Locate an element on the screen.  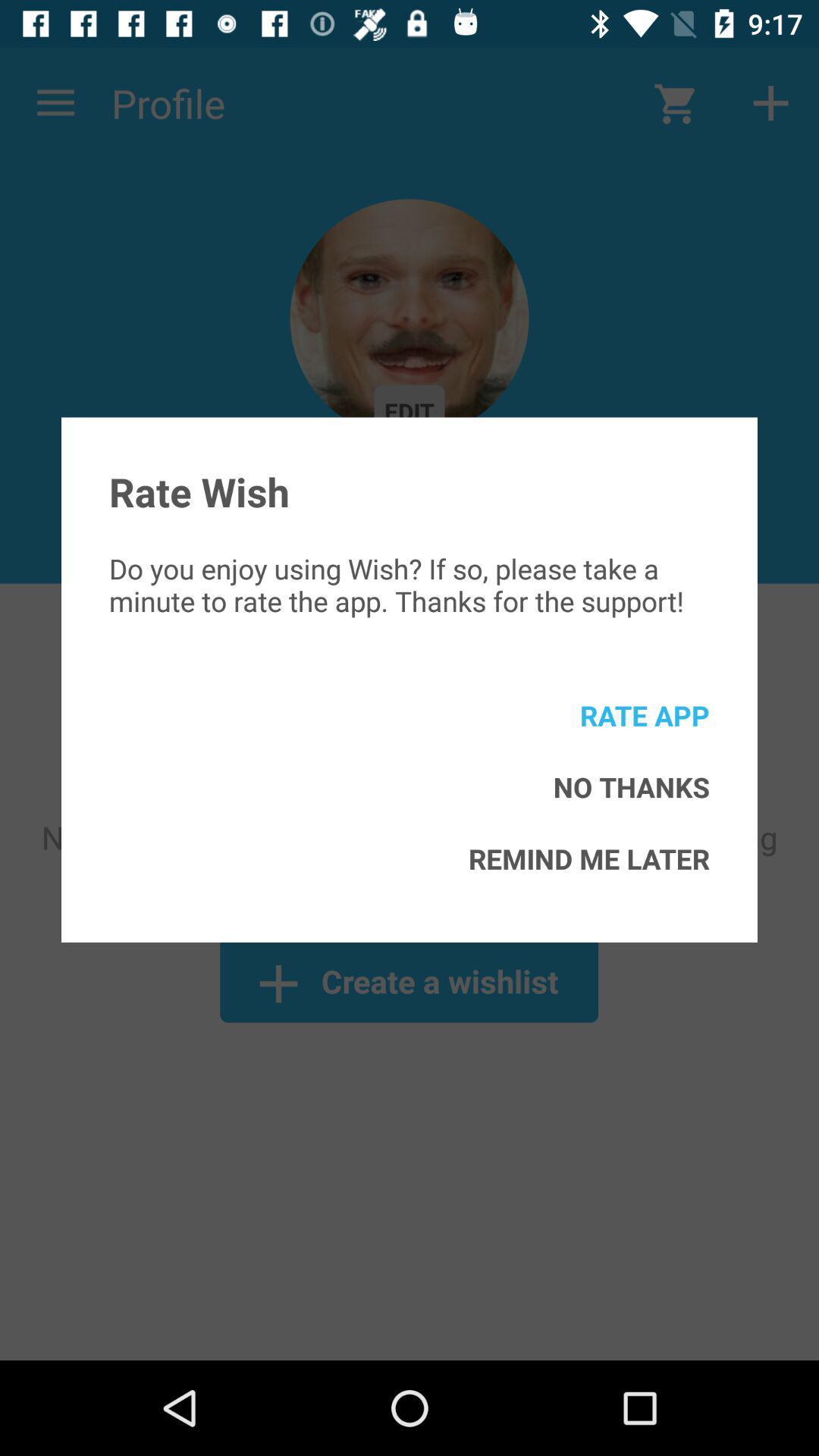
icon below the no thanks item is located at coordinates (588, 858).